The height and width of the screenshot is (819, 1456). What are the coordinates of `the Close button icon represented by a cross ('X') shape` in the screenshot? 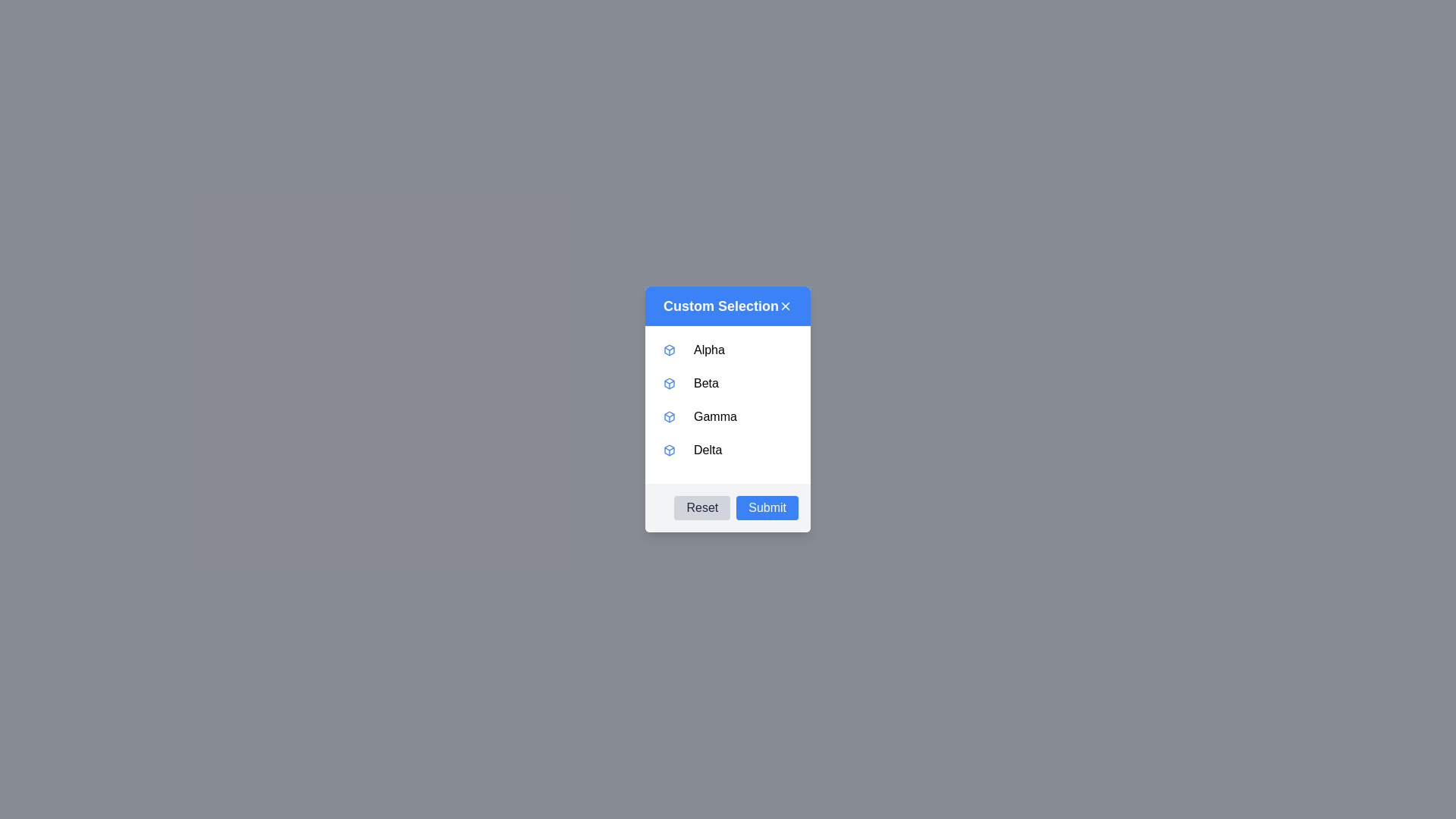 It's located at (786, 306).